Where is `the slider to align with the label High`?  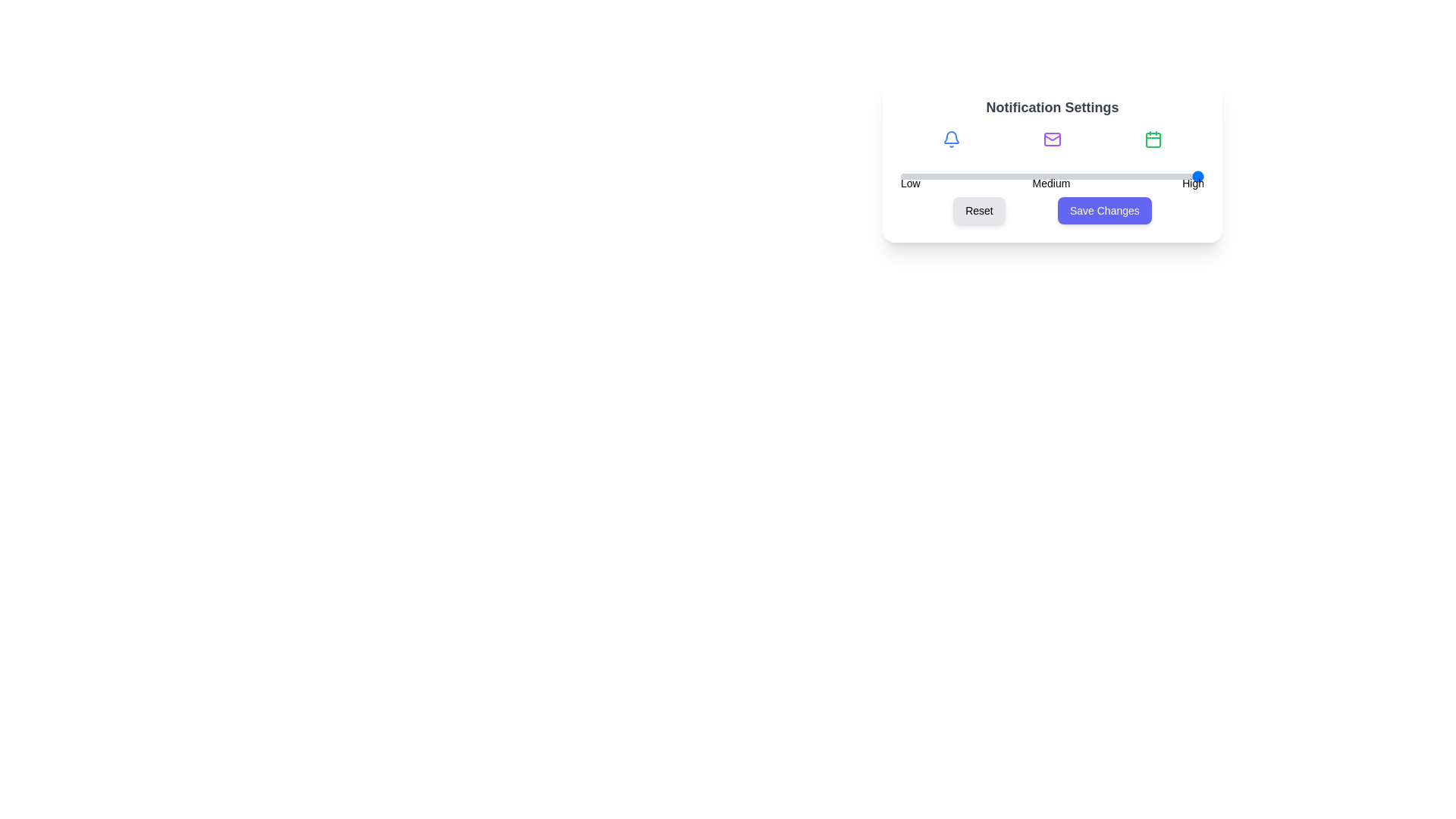
the slider to align with the label High is located at coordinates (1192, 175).